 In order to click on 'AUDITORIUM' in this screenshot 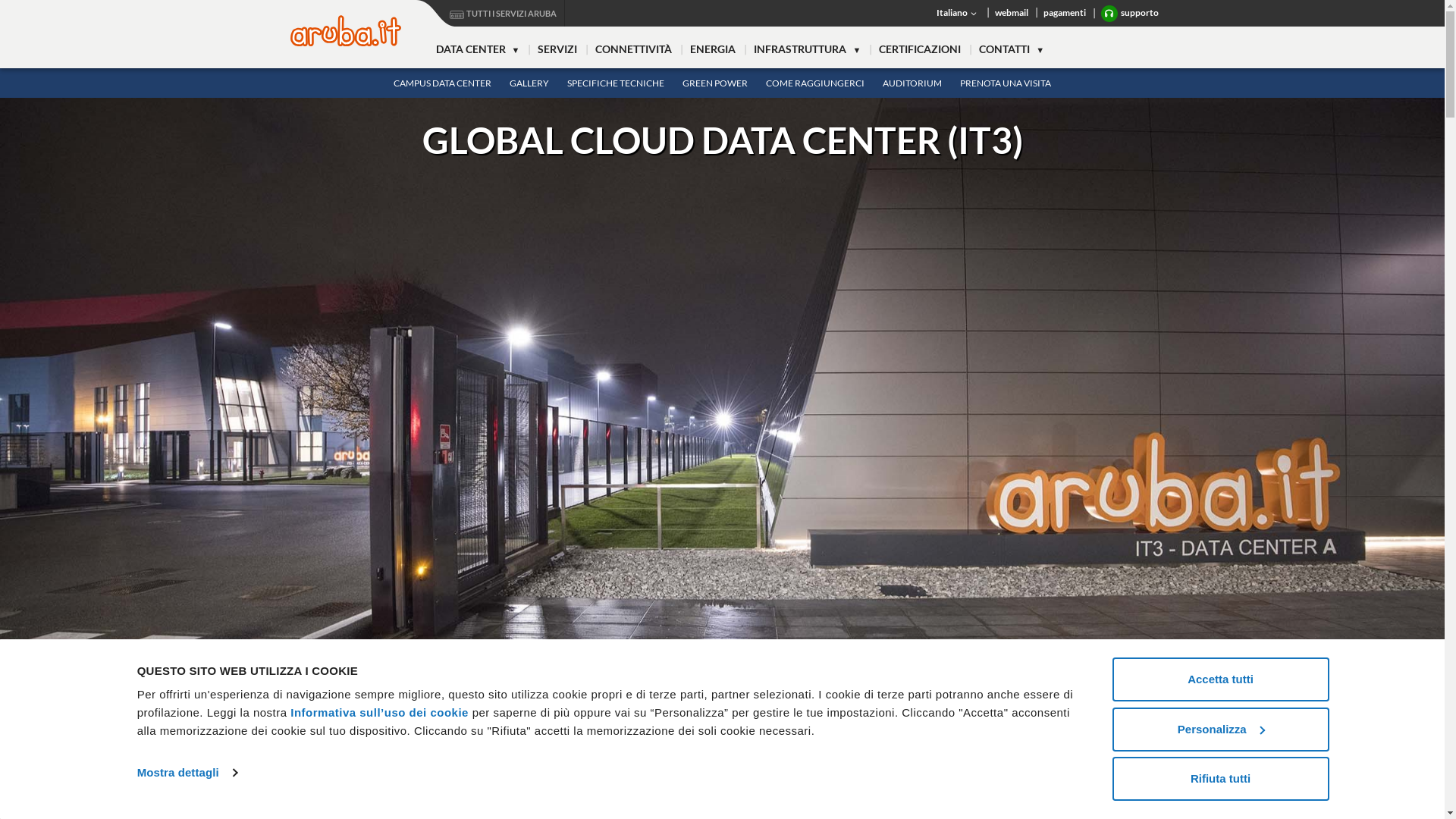, I will do `click(912, 83)`.